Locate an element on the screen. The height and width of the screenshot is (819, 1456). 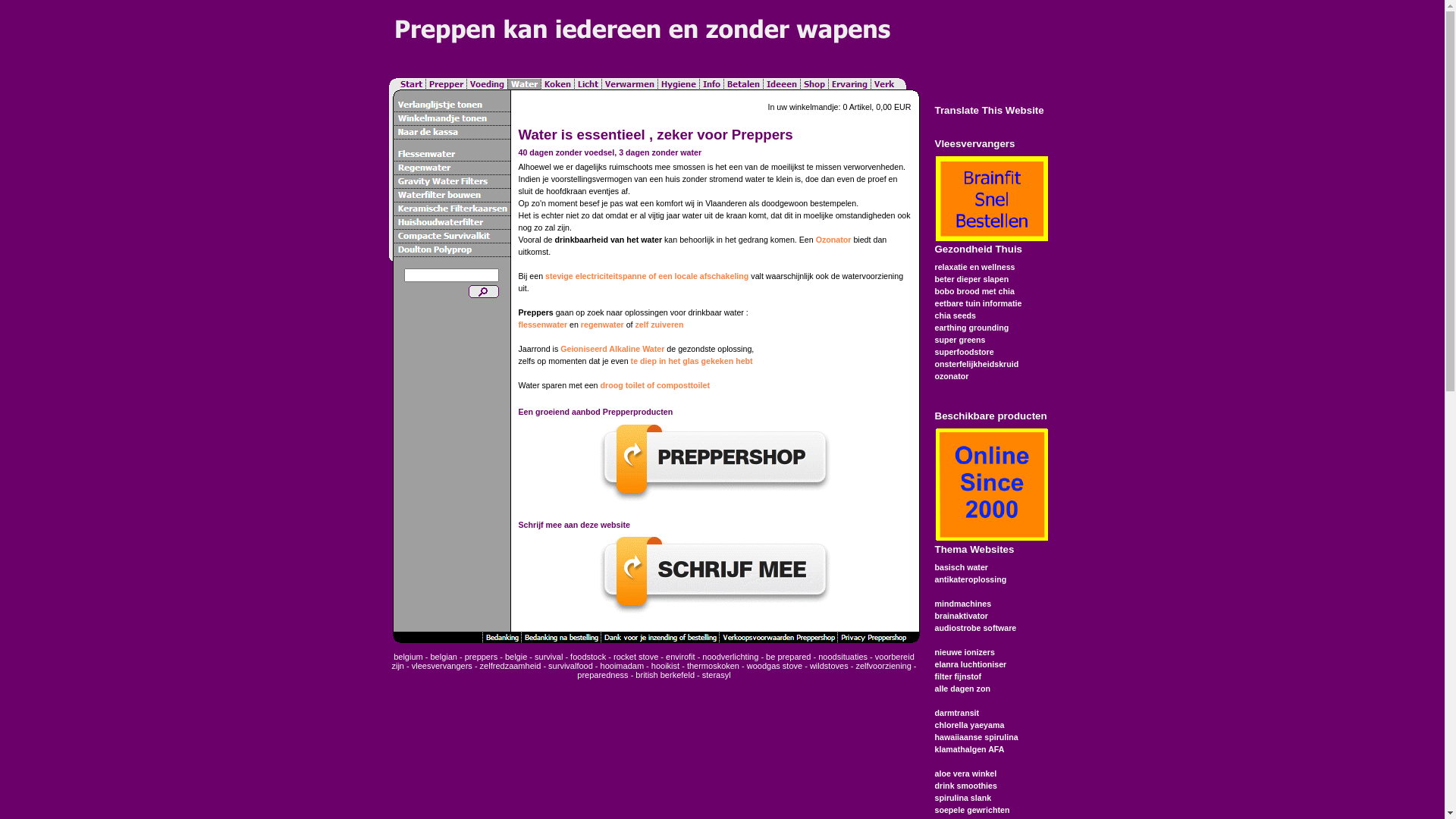
'bobo brood met chia' is located at coordinates (934, 291).